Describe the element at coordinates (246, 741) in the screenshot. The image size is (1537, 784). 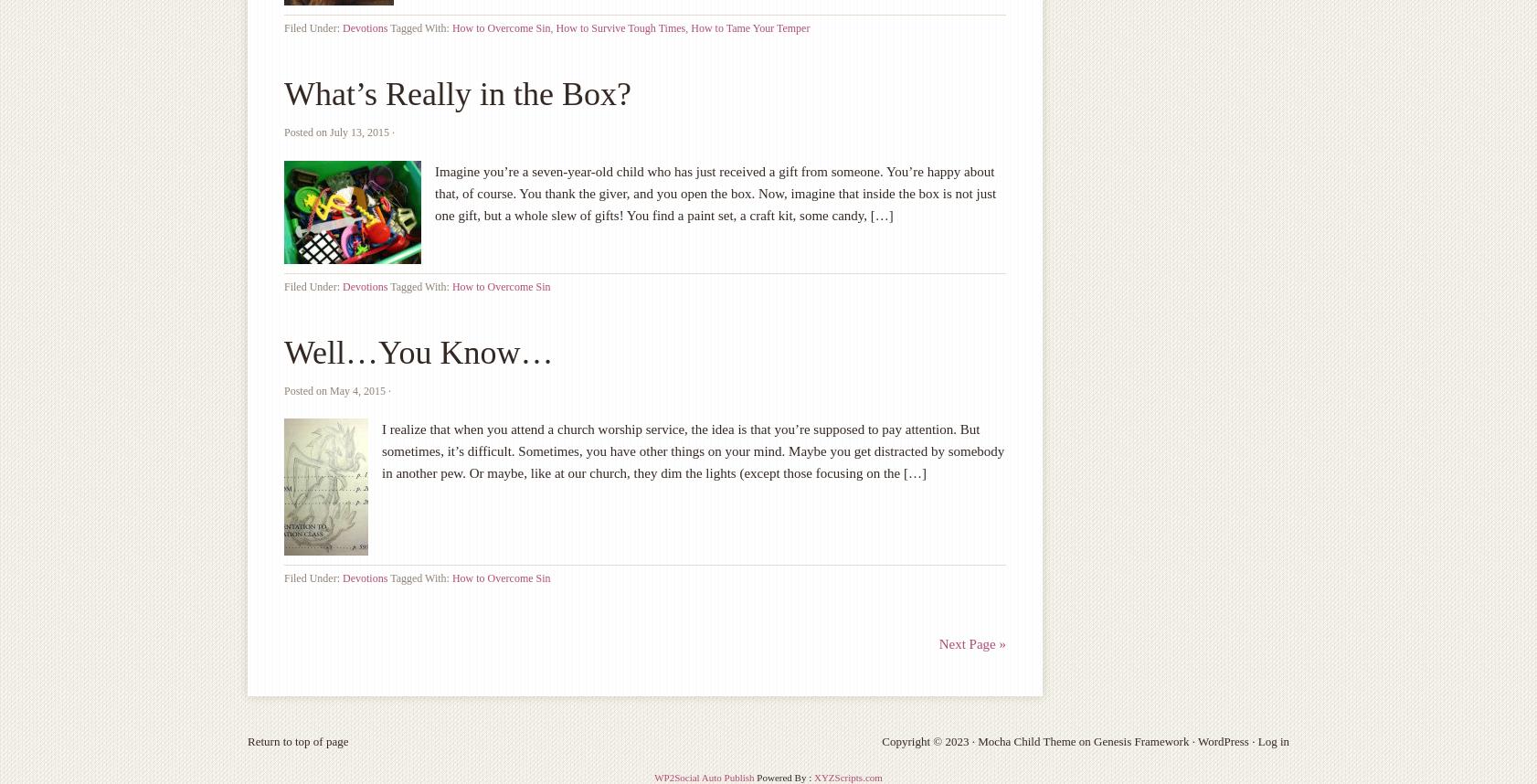
I see `'Return to top of page'` at that location.